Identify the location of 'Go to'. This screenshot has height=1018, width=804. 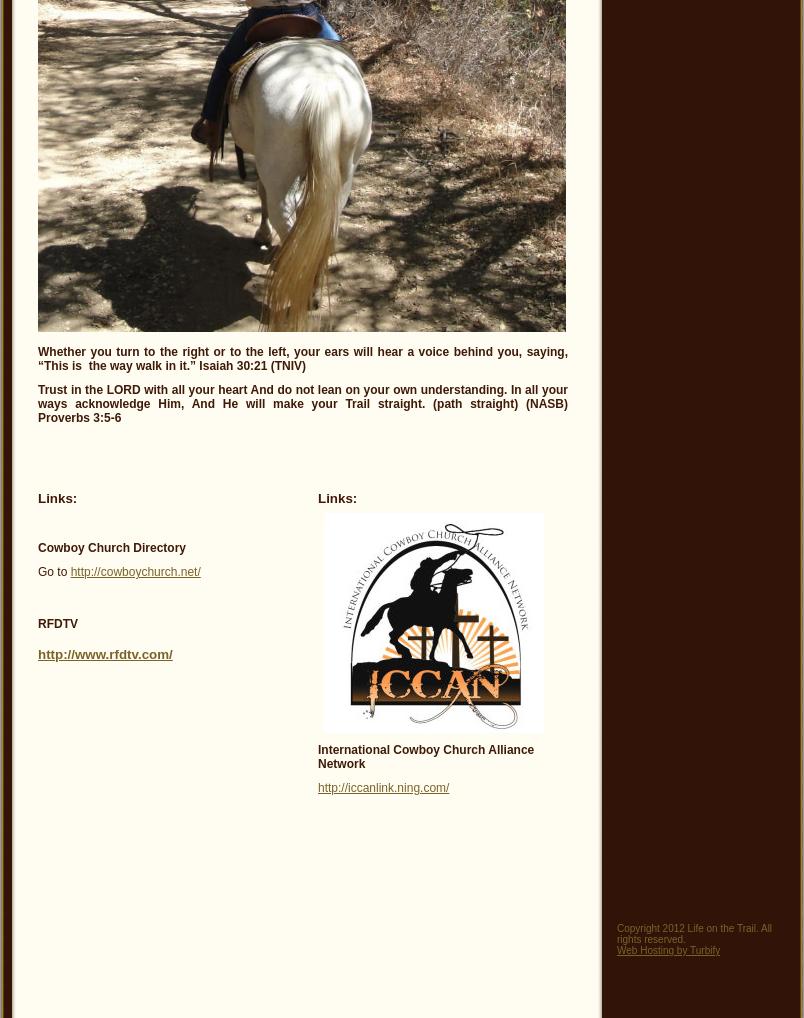
(53, 572).